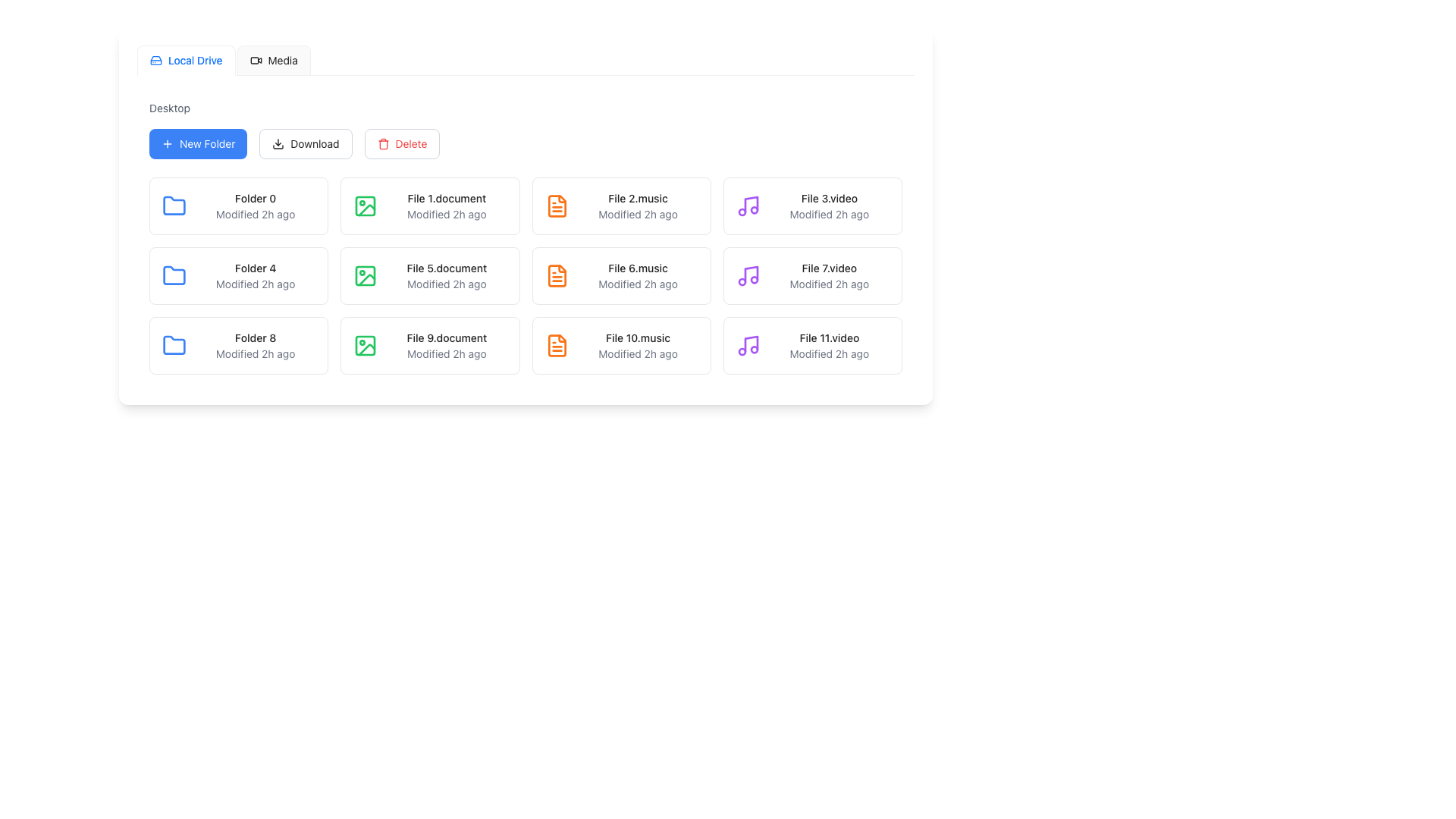 This screenshot has width=1456, height=819. What do you see at coordinates (446, 206) in the screenshot?
I see `the text label that displays the name and modification timestamp of a specific file, located in the second column of the first row in the grid layout, directly to the right of 'Folder 0'` at bounding box center [446, 206].